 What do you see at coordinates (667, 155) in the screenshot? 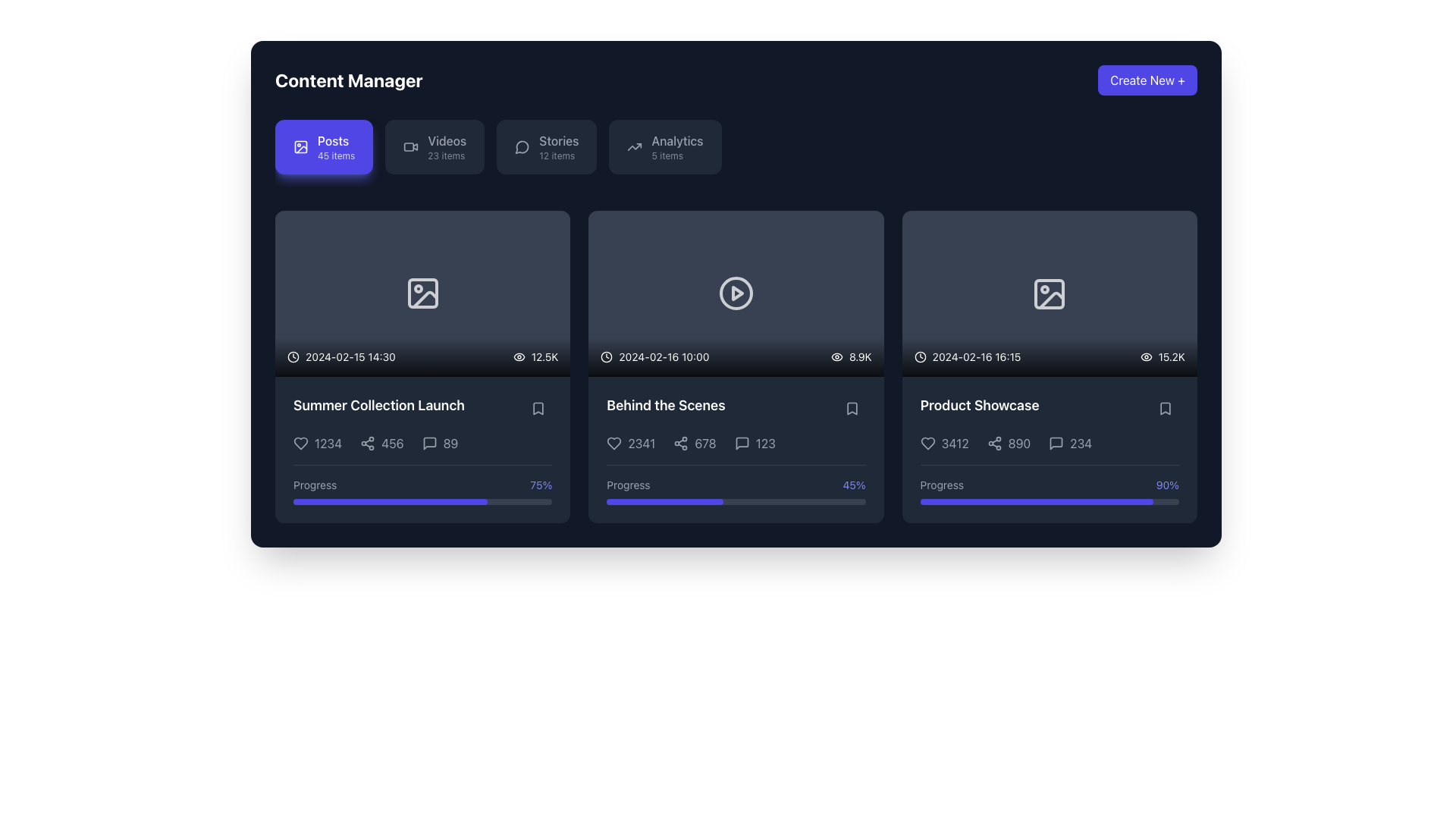
I see `the text label that reads '5 items', which is positioned directly below the 'Analytics' label in the upper section of the interface` at bounding box center [667, 155].